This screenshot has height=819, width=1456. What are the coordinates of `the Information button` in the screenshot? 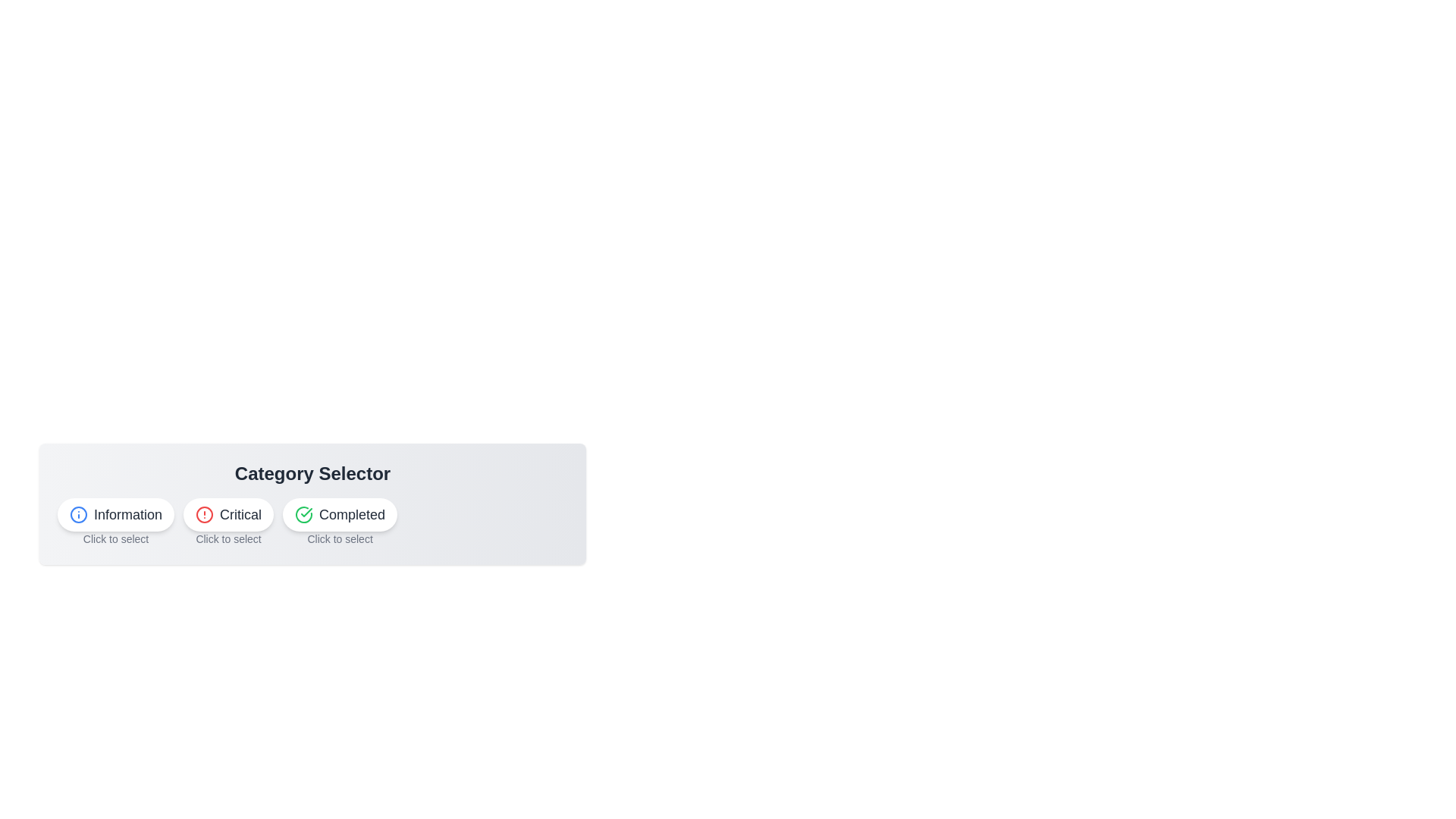 It's located at (115, 513).